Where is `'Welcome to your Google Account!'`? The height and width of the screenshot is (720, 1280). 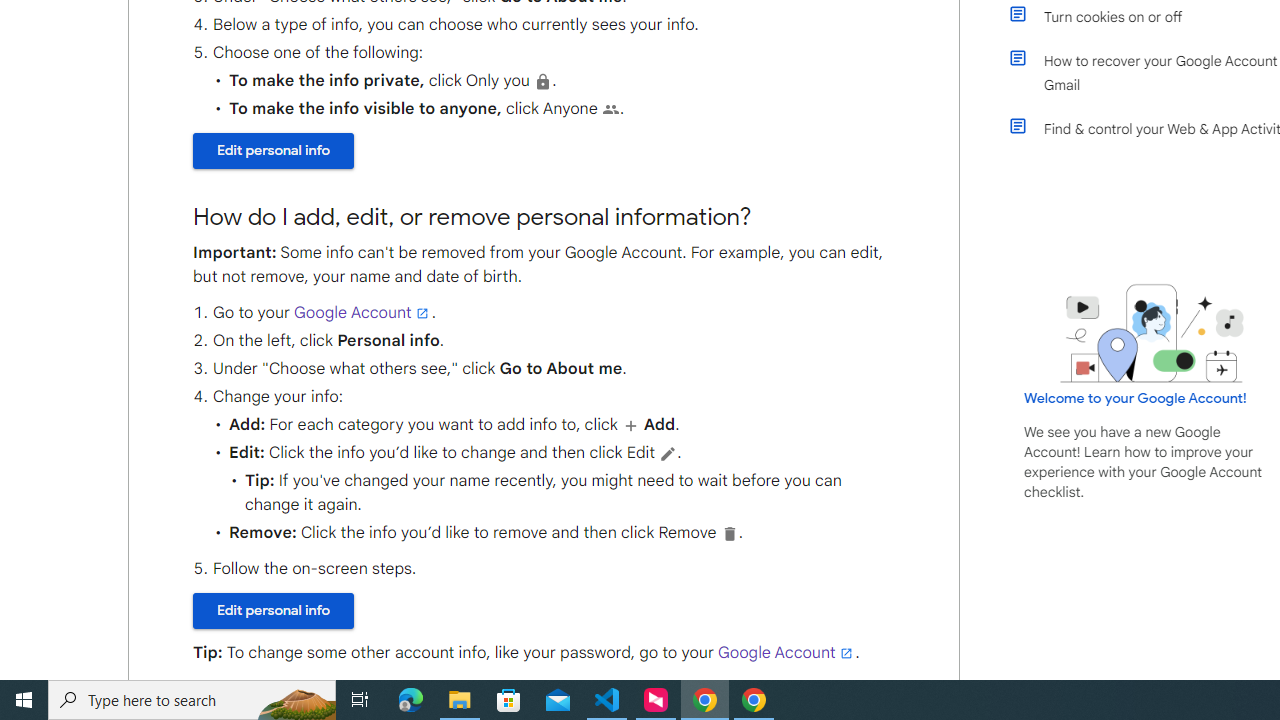 'Welcome to your Google Account!' is located at coordinates (1135, 397).